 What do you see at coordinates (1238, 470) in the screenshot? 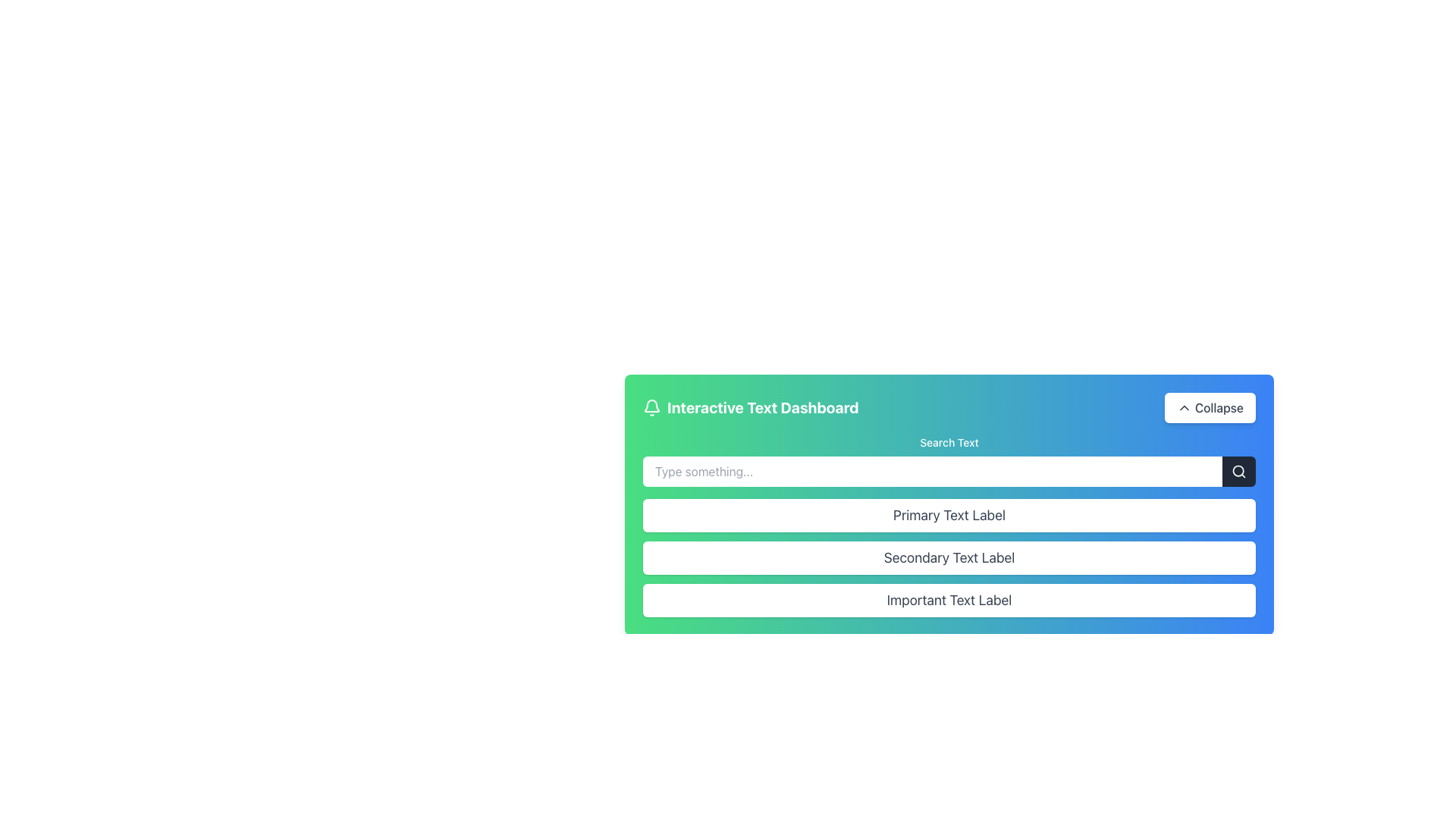
I see `the magnifying glass icon button located on the far right side of the 'Search Text' input field` at bounding box center [1238, 470].